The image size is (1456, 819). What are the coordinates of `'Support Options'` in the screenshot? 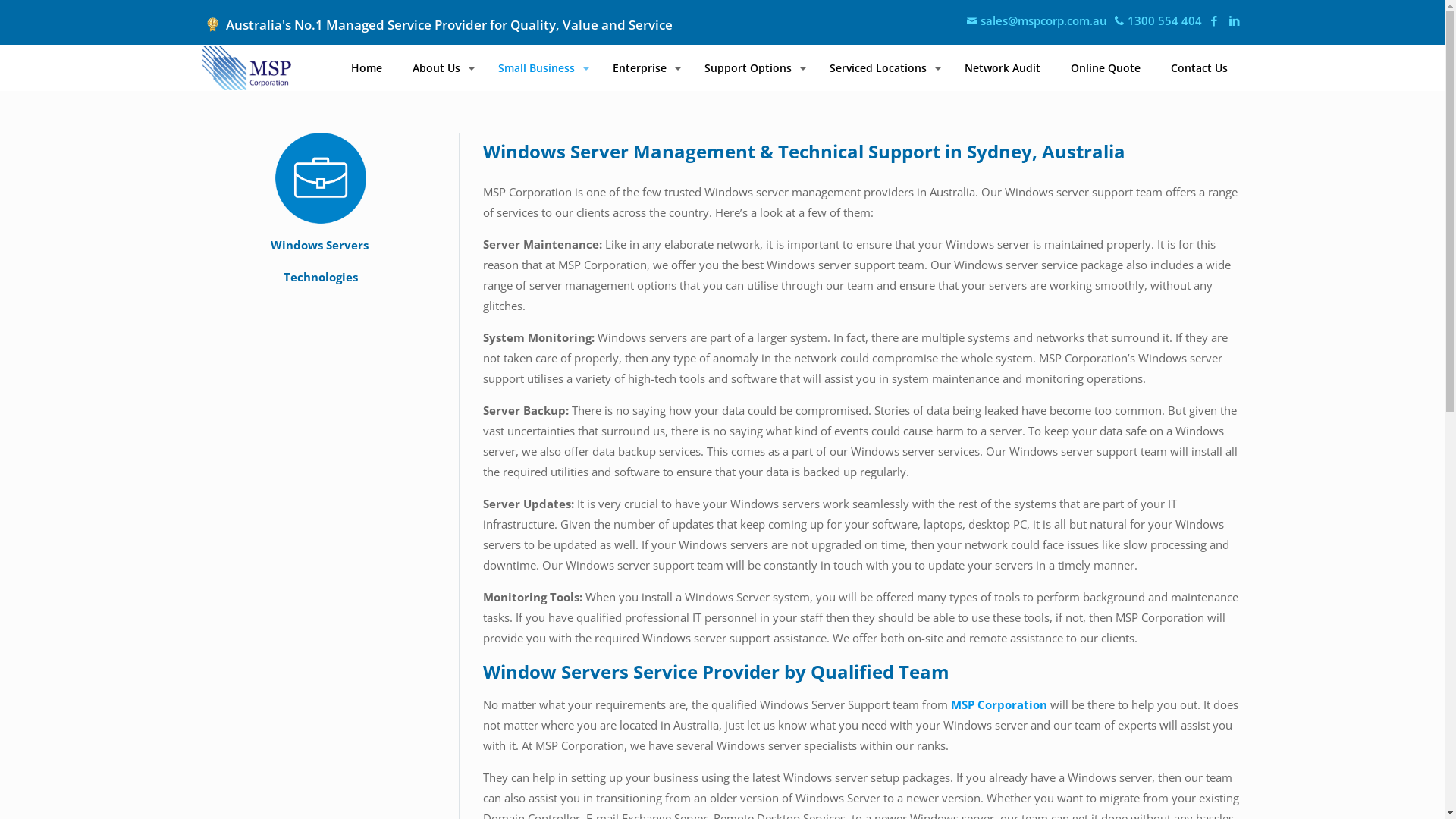 It's located at (751, 67).